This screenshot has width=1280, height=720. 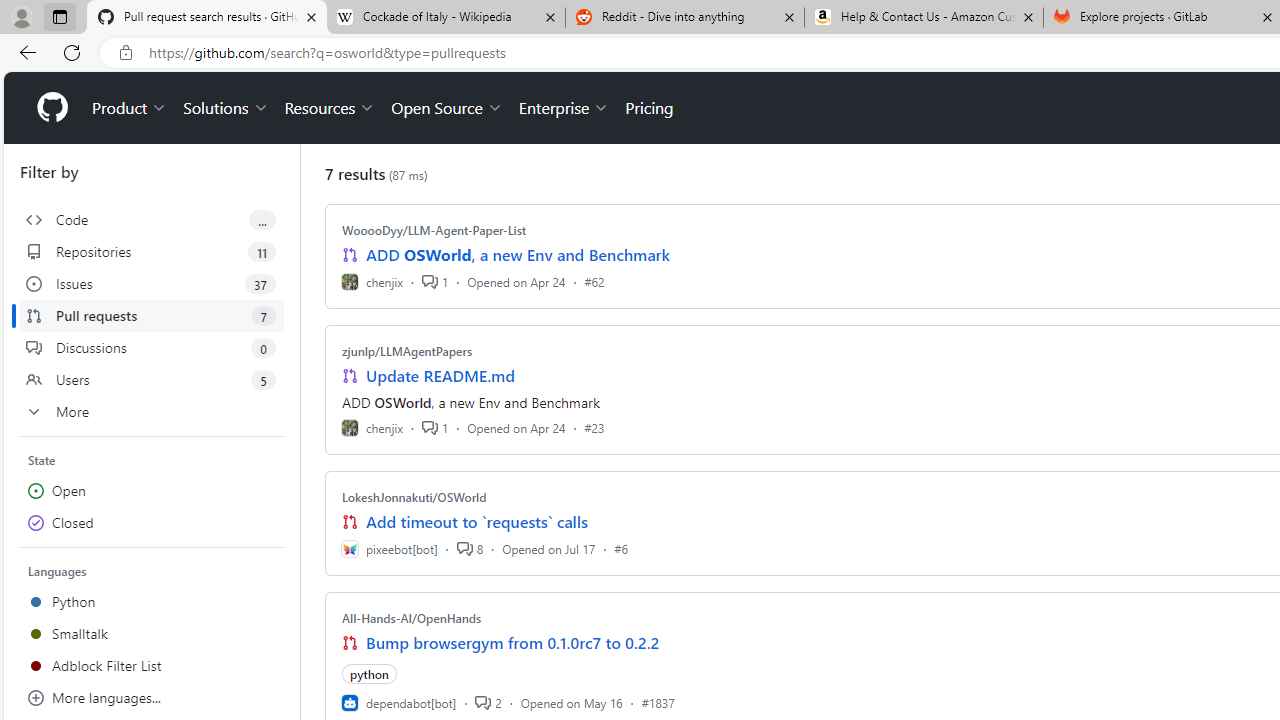 I want to click on 'ADD OSWorld, a new Env and Benchmark', so click(x=517, y=254).